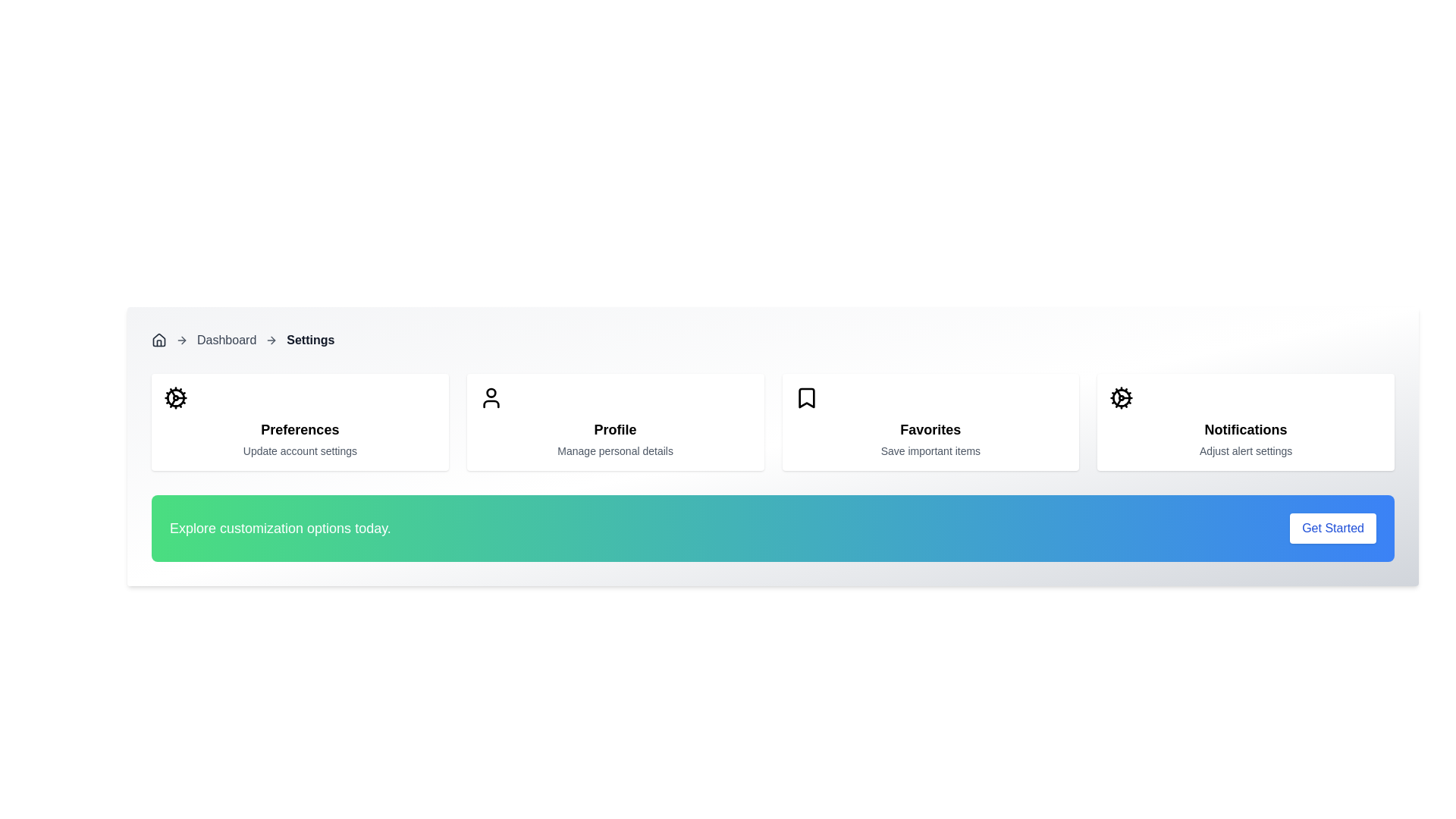 The height and width of the screenshot is (819, 1456). Describe the element at coordinates (615, 430) in the screenshot. I see `the heading text element indicating the user's profile within the card-like panel, which is the second panel in the settings interface` at that location.